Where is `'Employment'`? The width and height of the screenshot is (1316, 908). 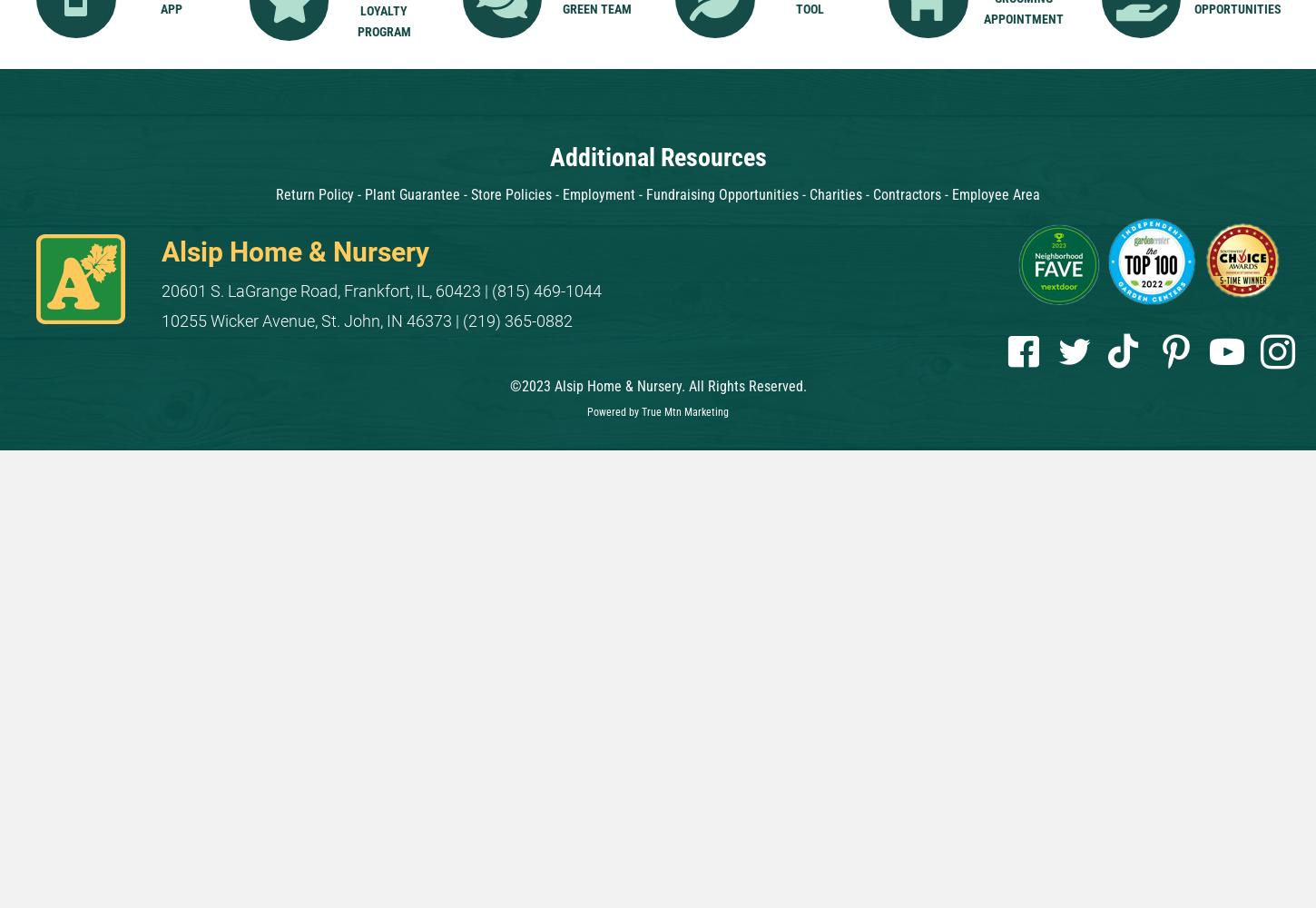 'Employment' is located at coordinates (598, 193).